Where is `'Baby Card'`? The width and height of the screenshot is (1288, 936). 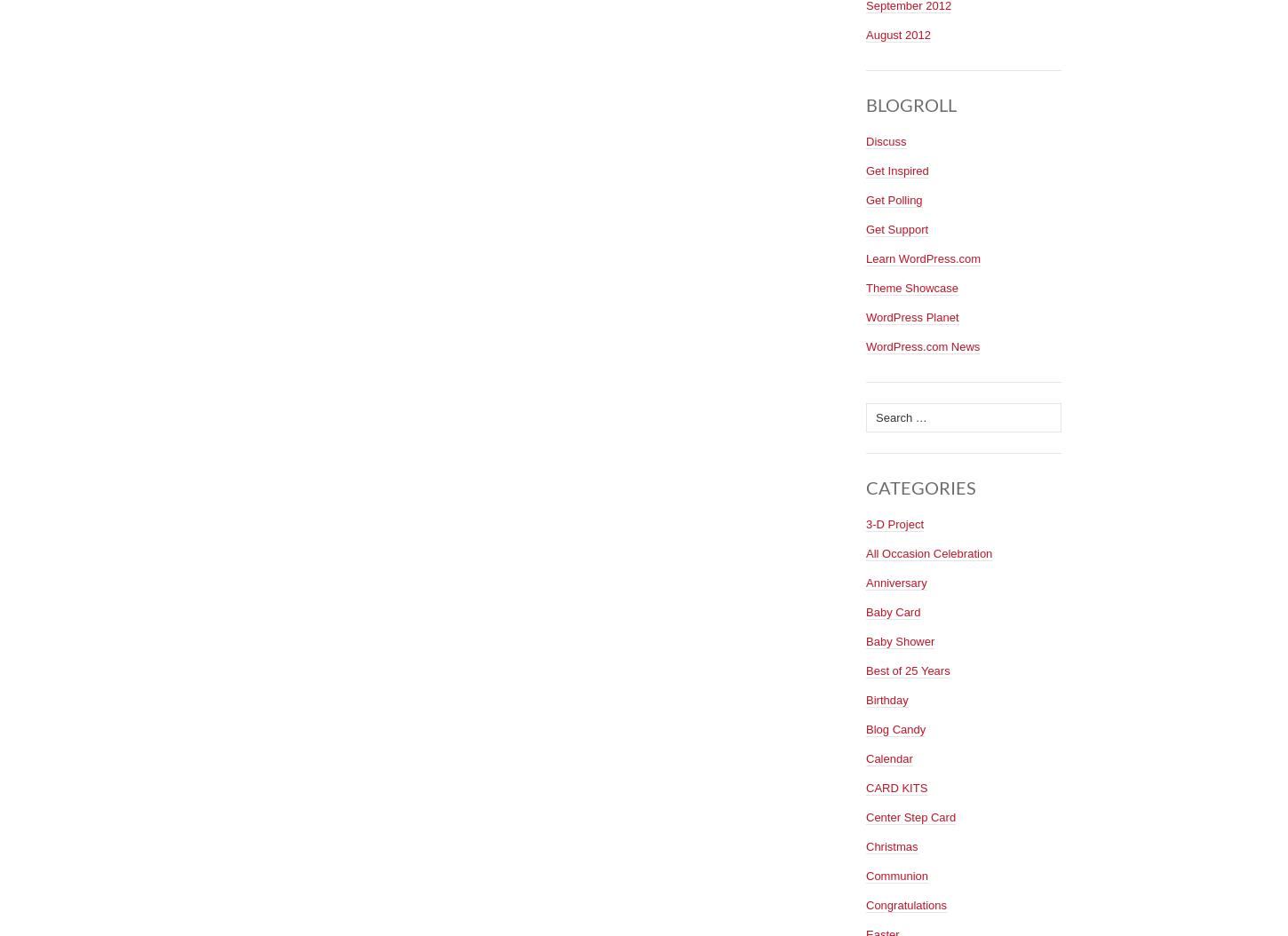 'Baby Card' is located at coordinates (893, 610).